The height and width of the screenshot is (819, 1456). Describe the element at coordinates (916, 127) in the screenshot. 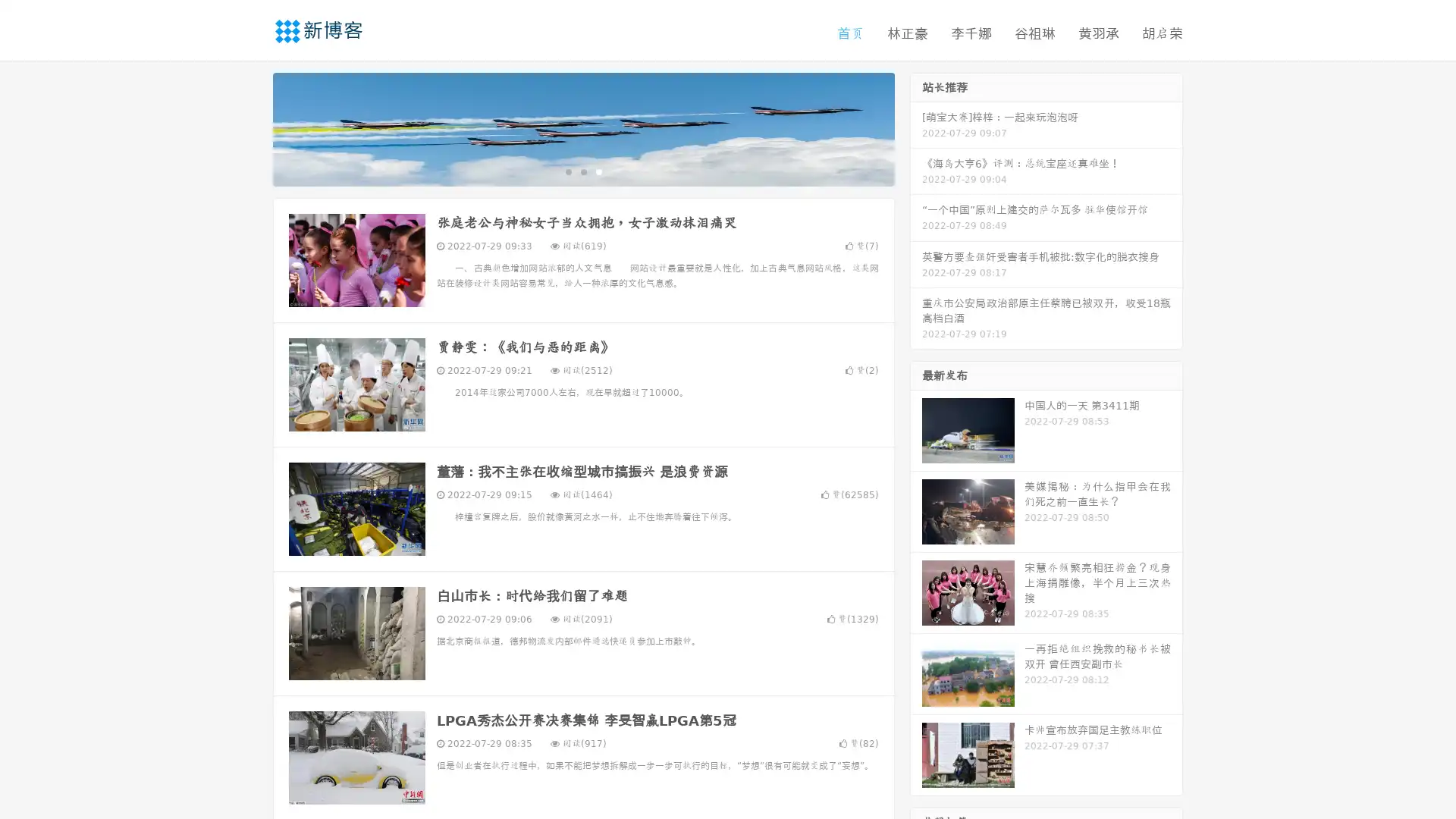

I see `Next slide` at that location.